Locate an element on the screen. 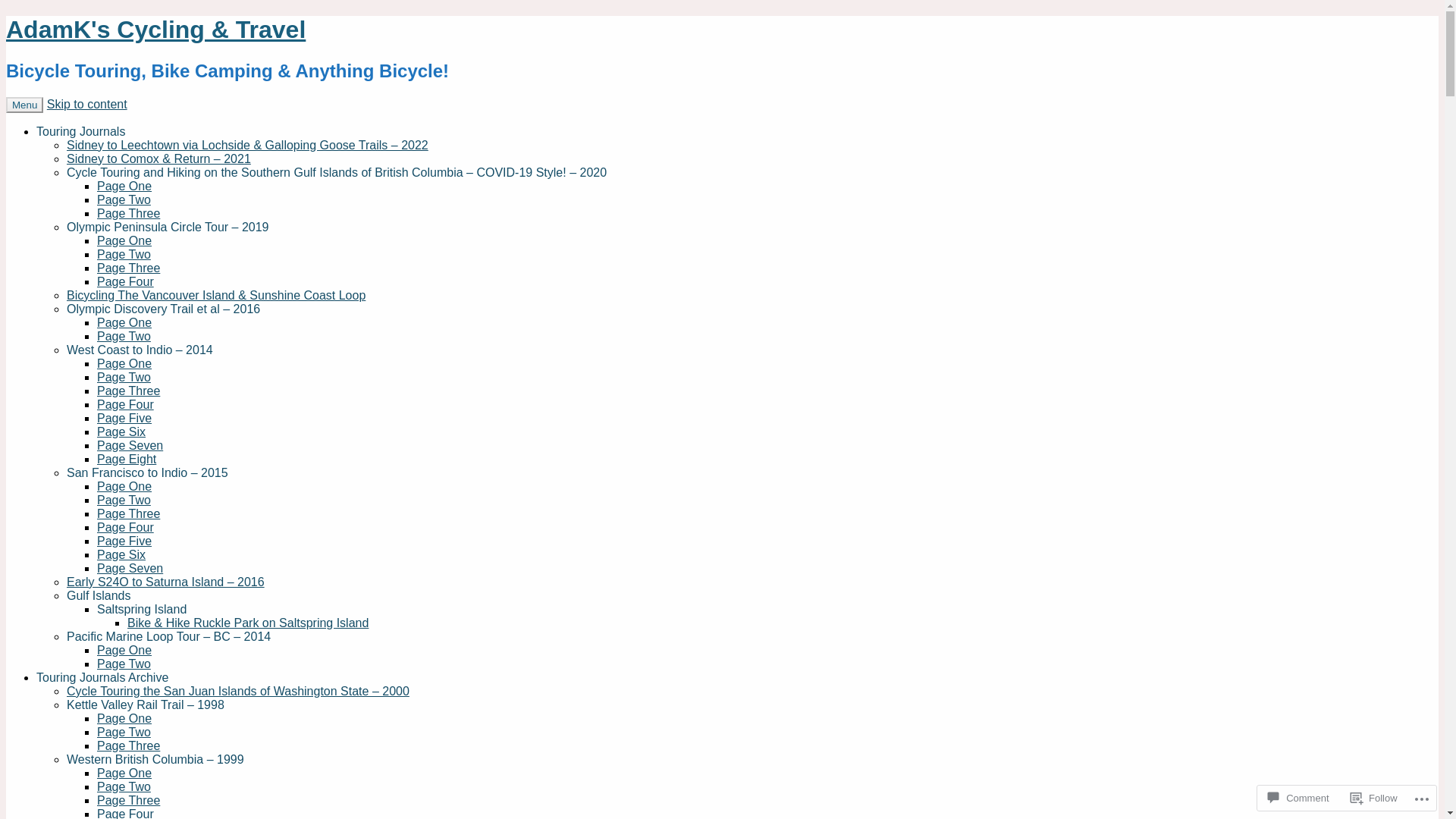 The width and height of the screenshot is (1456, 819). 'Follow' is located at coordinates (1374, 797).